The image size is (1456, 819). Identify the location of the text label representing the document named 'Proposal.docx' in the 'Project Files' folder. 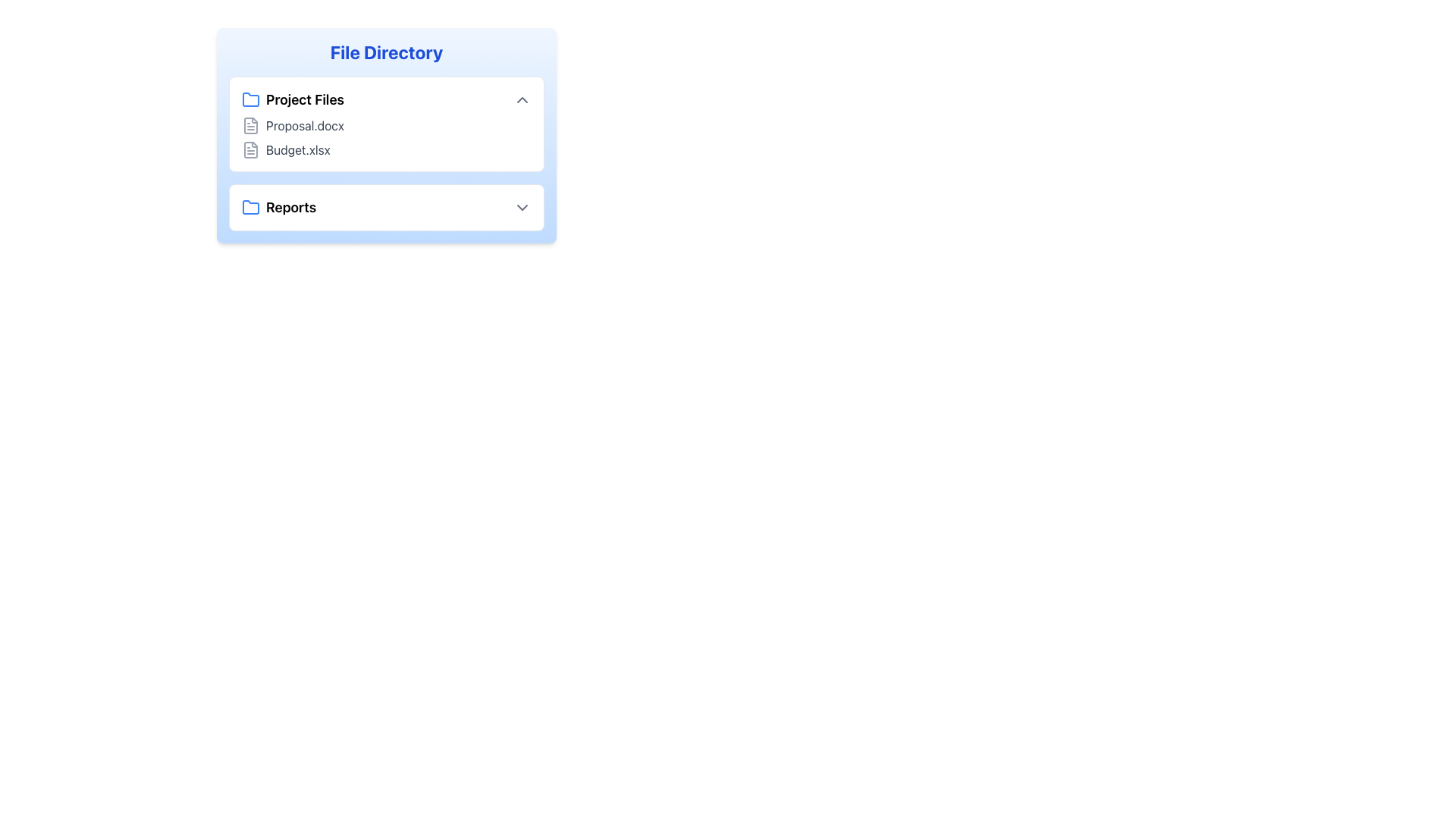
(304, 124).